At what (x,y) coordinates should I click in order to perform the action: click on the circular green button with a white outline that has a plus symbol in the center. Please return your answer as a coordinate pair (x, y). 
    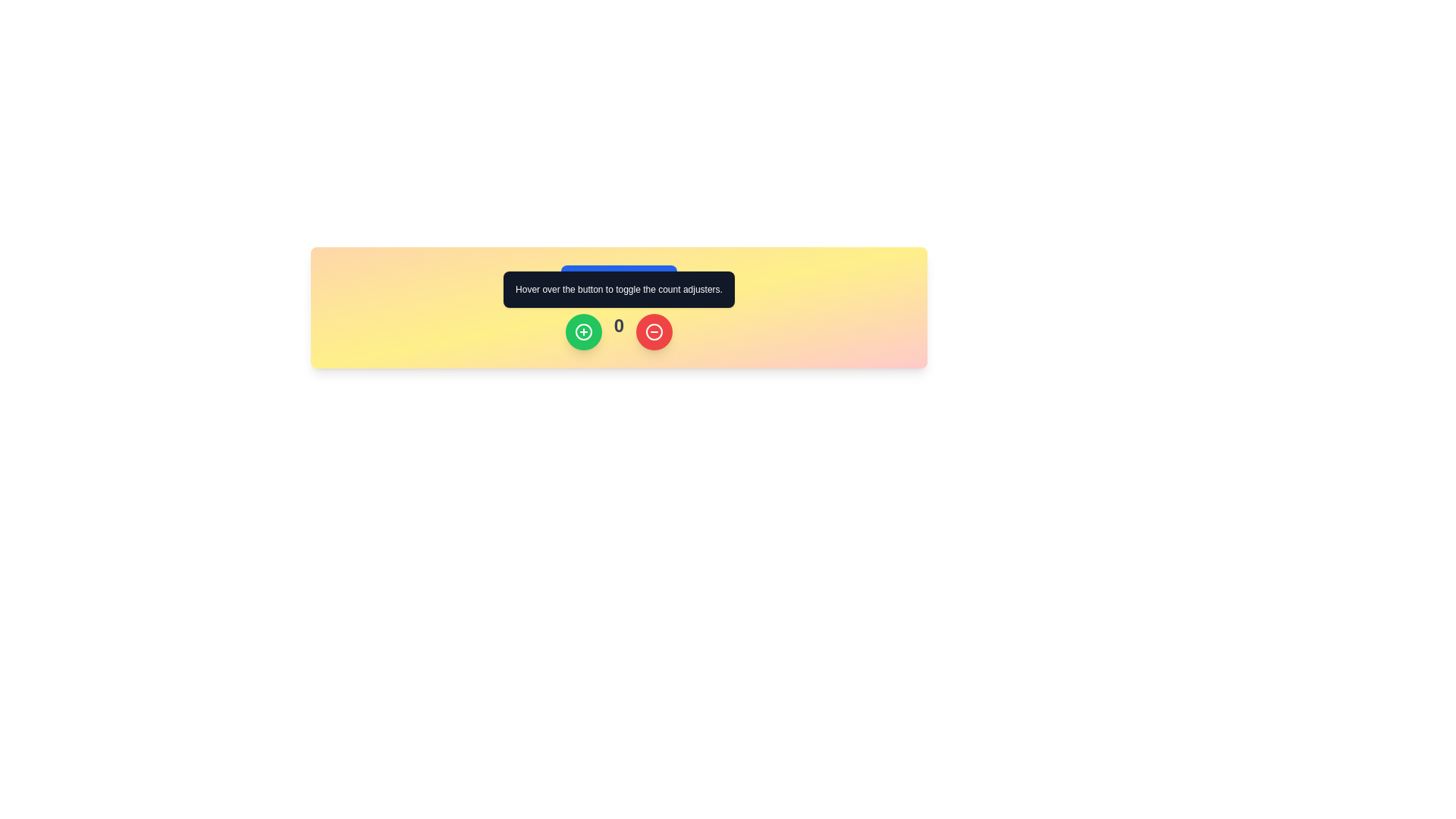
    Looking at the image, I should click on (582, 331).